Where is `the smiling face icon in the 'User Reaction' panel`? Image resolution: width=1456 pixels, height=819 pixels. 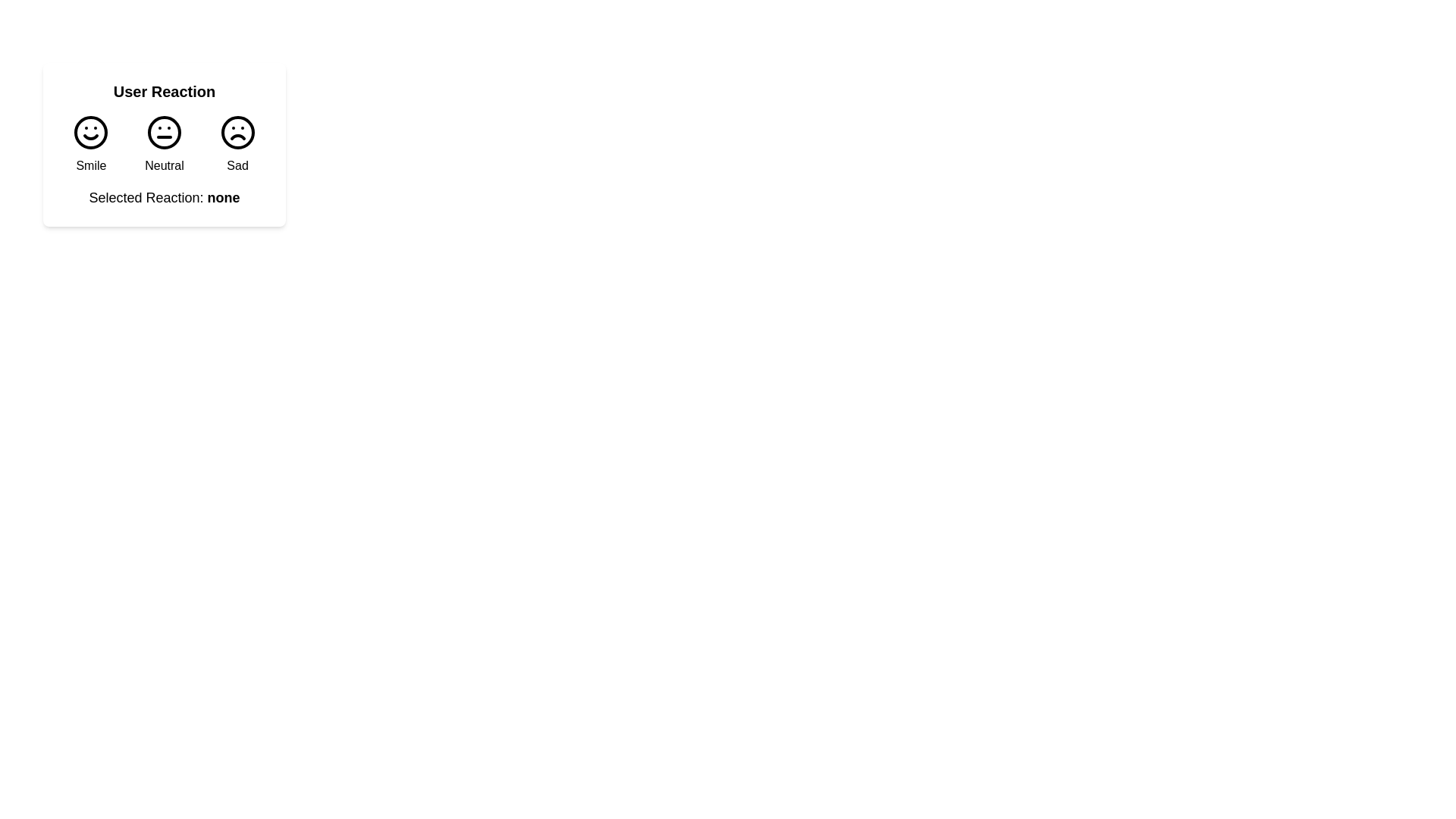 the smiling face icon in the 'User Reaction' panel is located at coordinates (90, 131).